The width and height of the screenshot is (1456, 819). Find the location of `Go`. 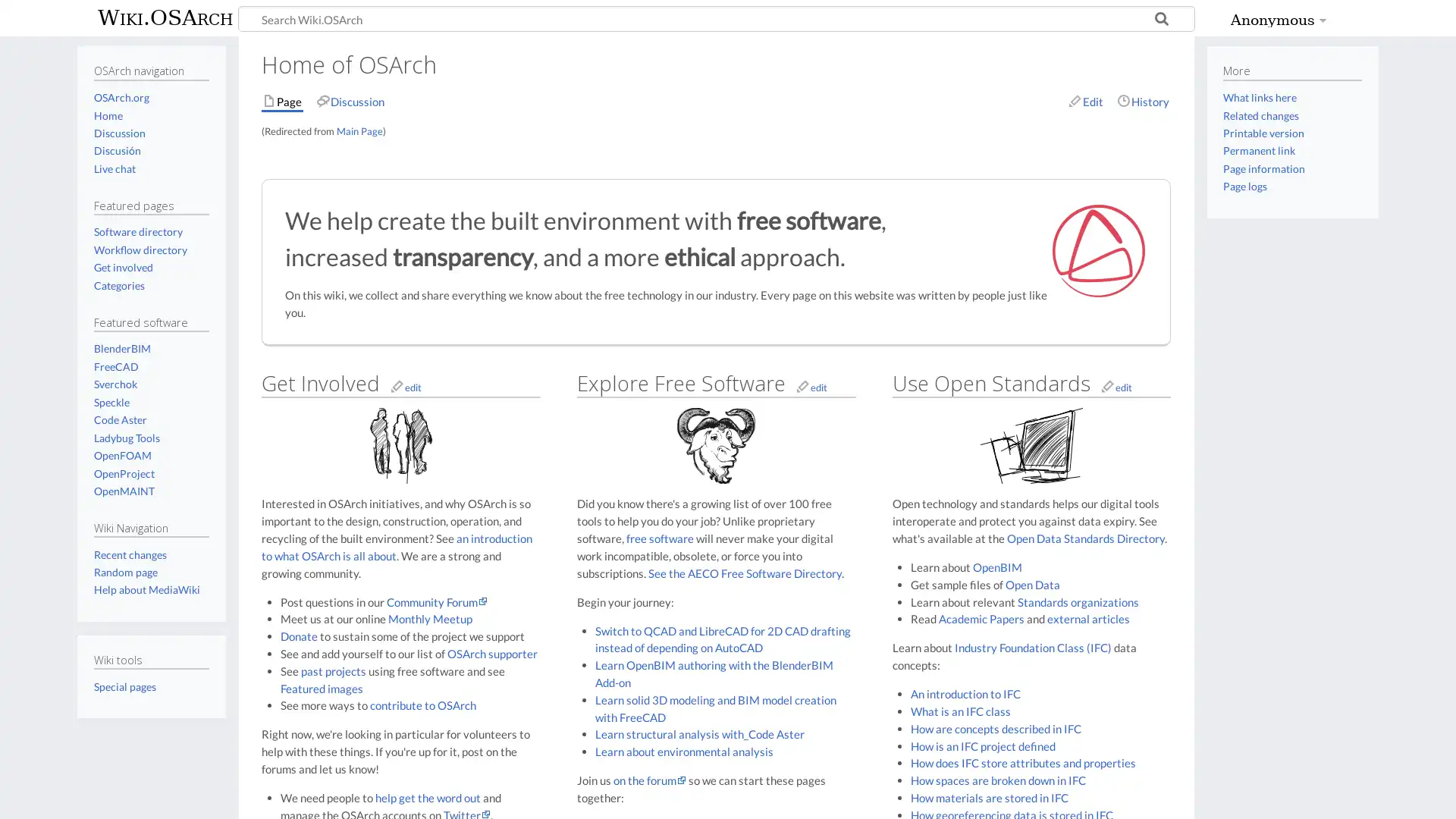

Go is located at coordinates (1160, 20).